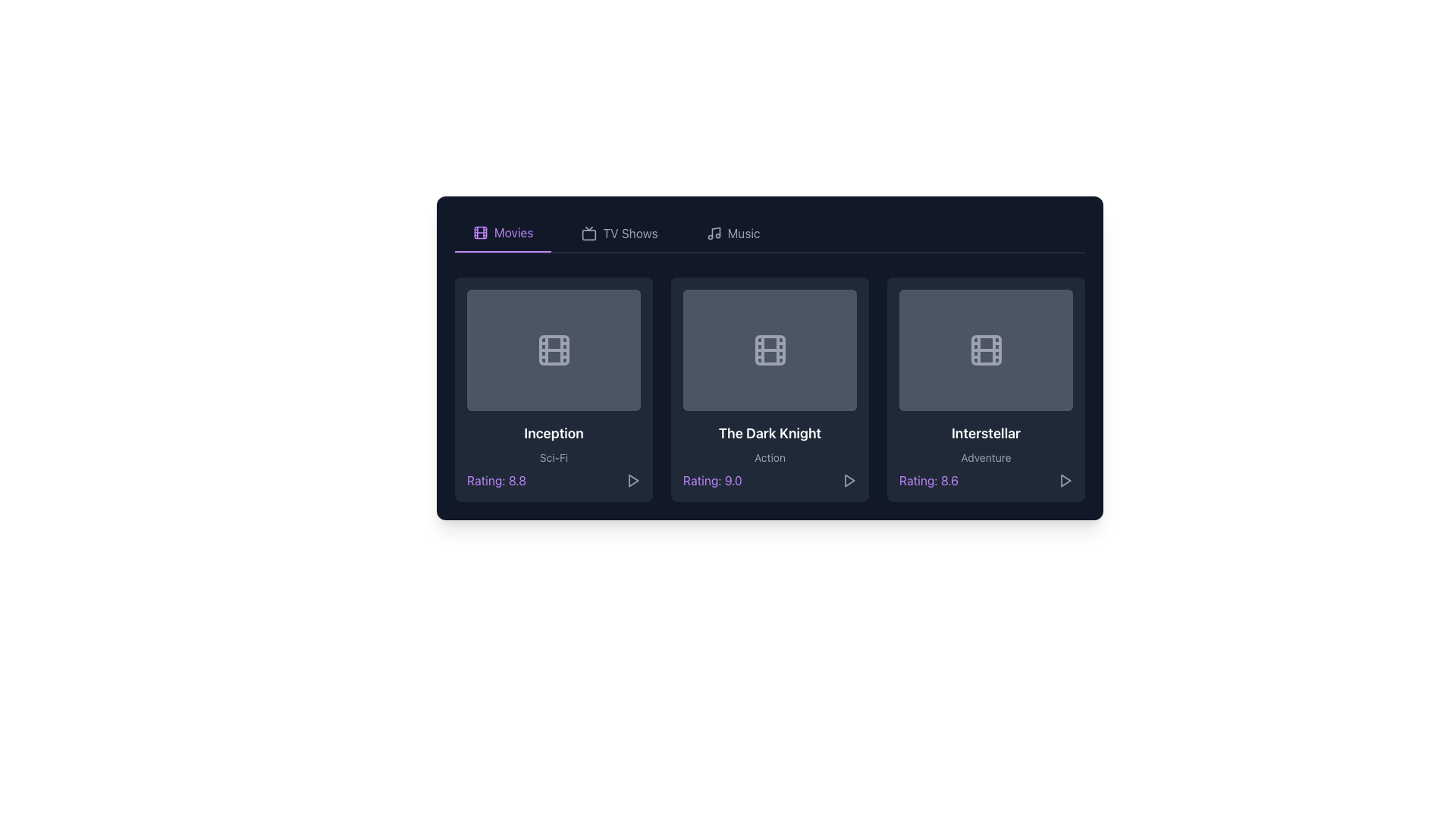  What do you see at coordinates (770, 234) in the screenshot?
I see `the Horizontal Navigation Menu` at bounding box center [770, 234].